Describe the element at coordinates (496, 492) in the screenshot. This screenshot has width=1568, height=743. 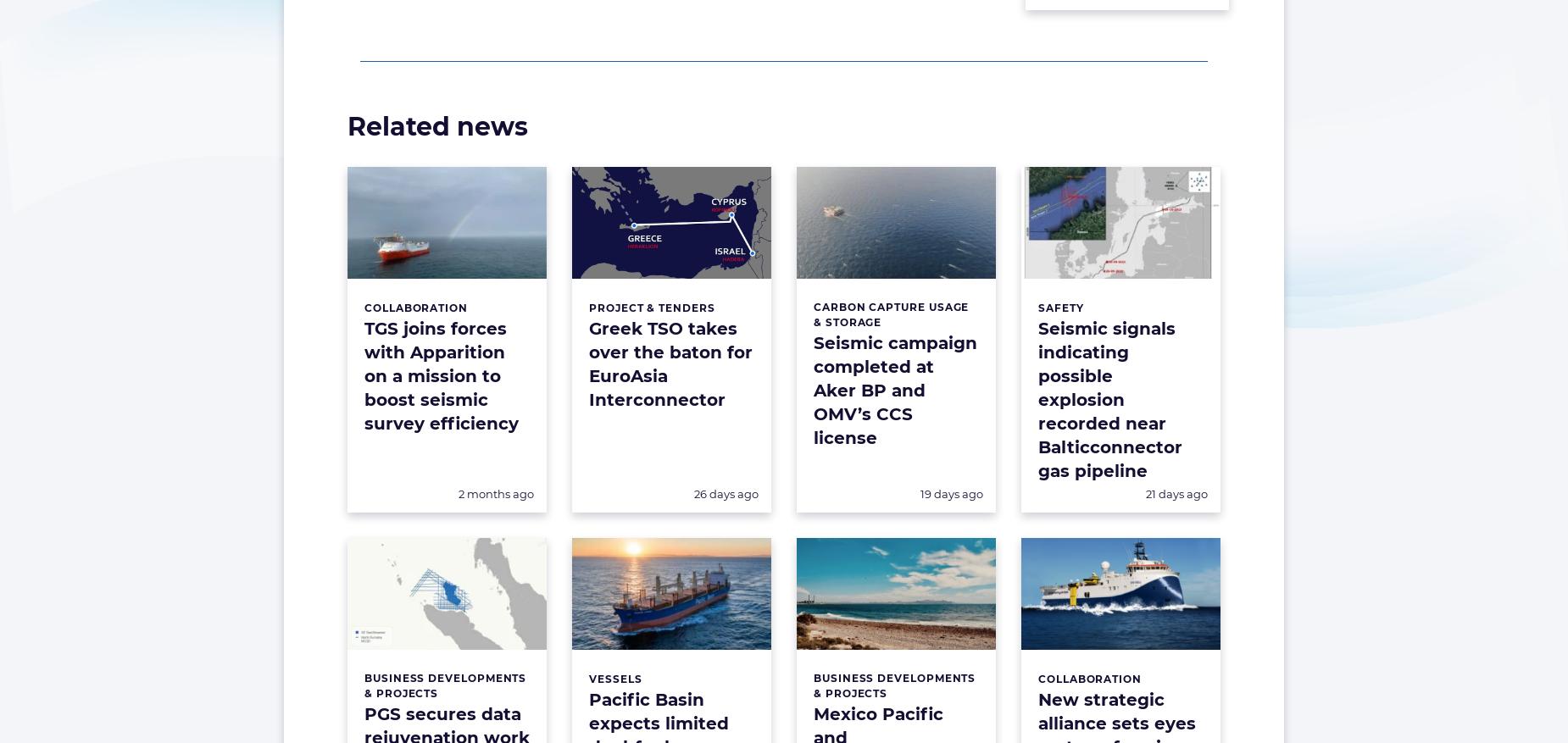
I see `'2 months ago'` at that location.